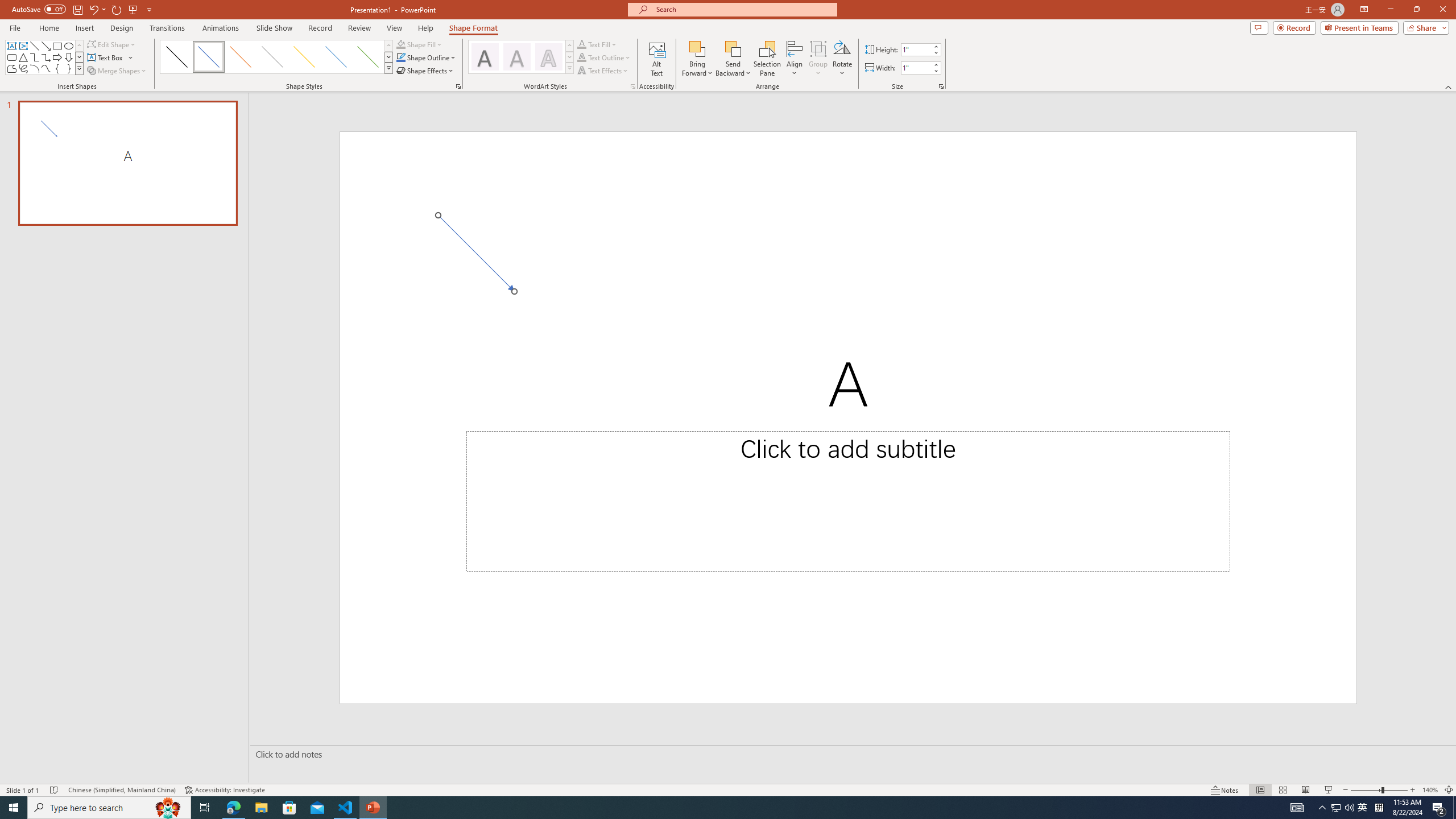 This screenshot has height=819, width=1456. I want to click on 'Send Backward', so click(733, 48).